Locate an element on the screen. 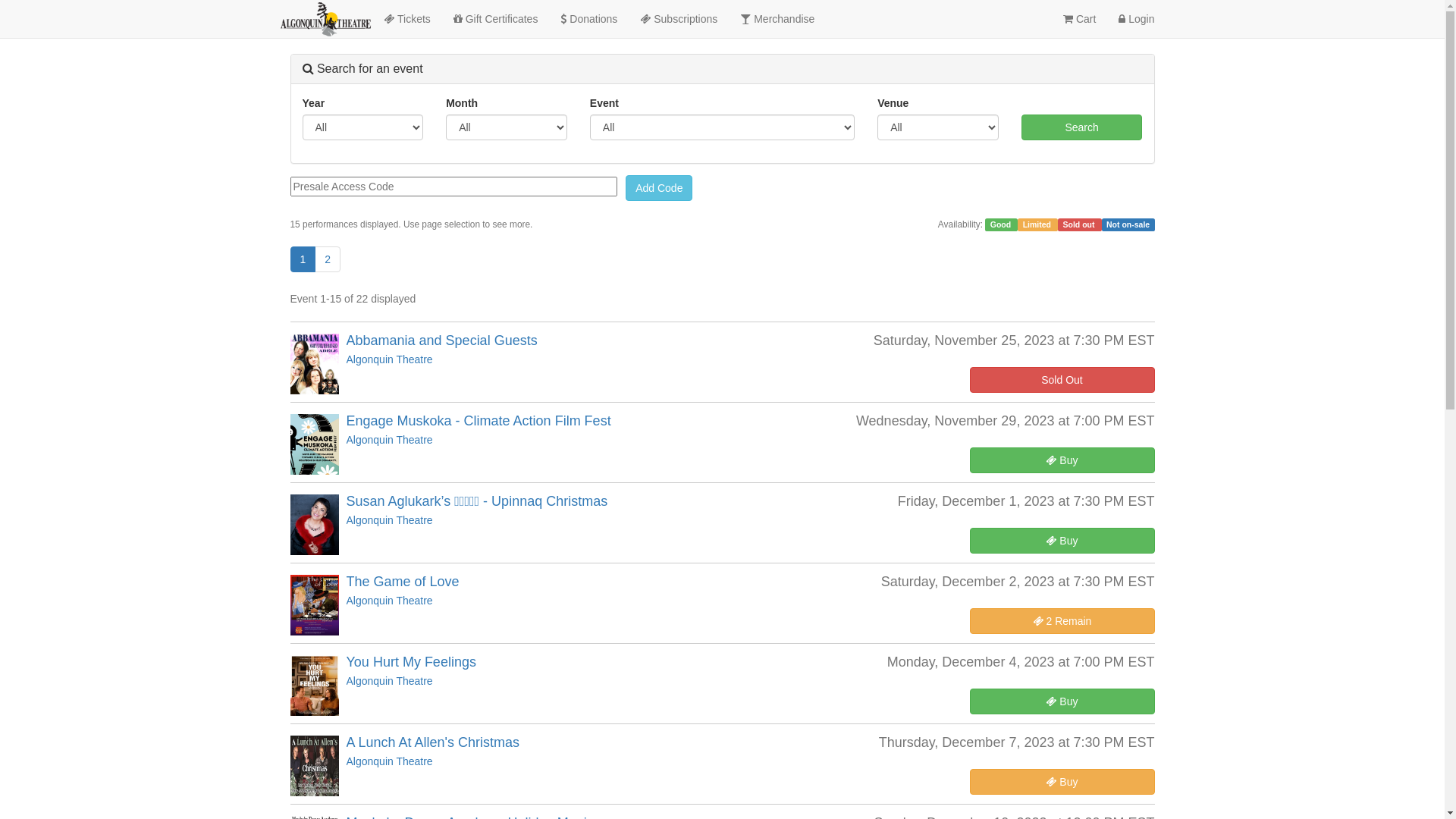  'Engage Muskoka - Climate Action Film Fest' is located at coordinates (477, 421).